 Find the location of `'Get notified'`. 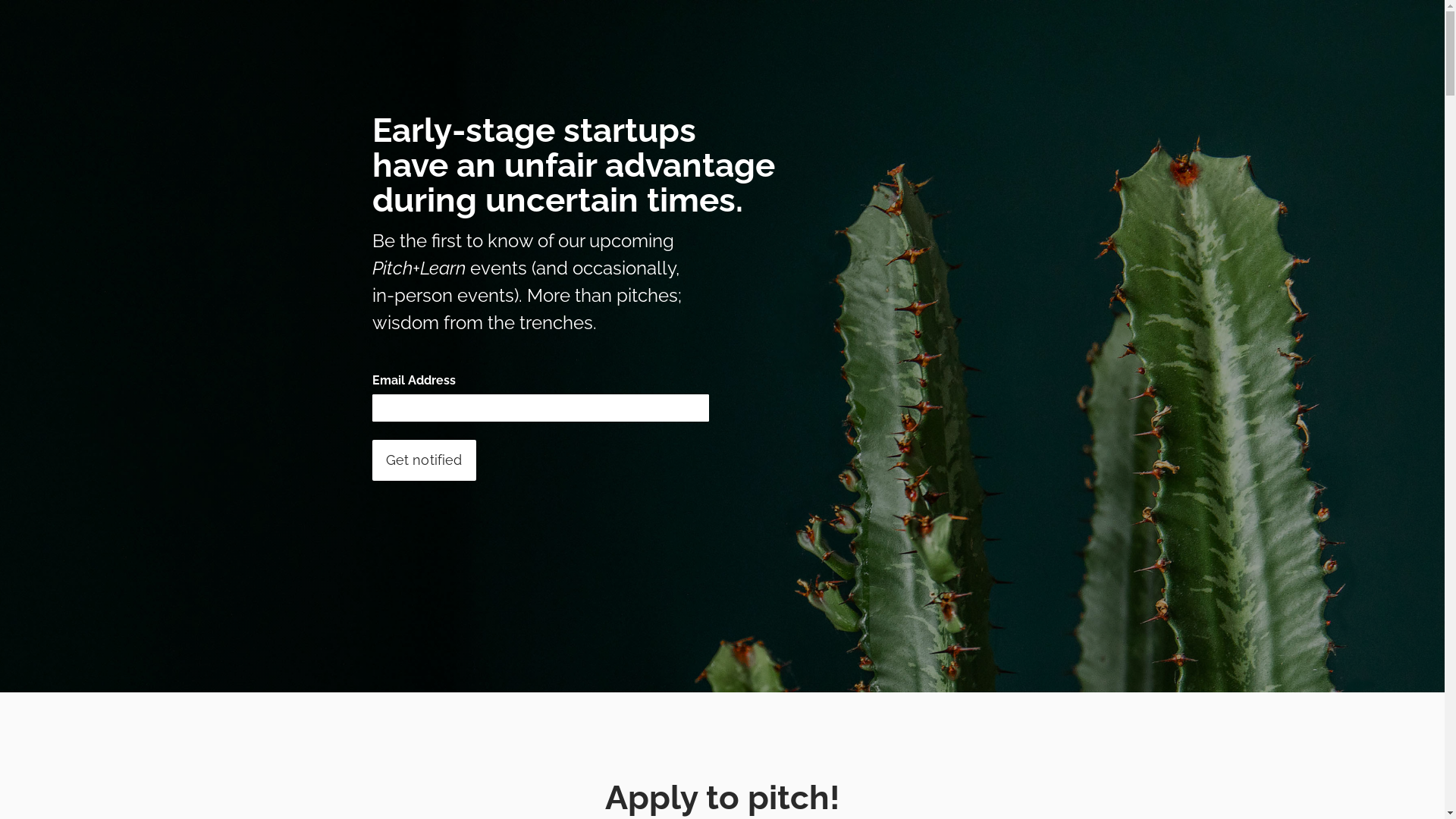

'Get notified' is located at coordinates (423, 459).